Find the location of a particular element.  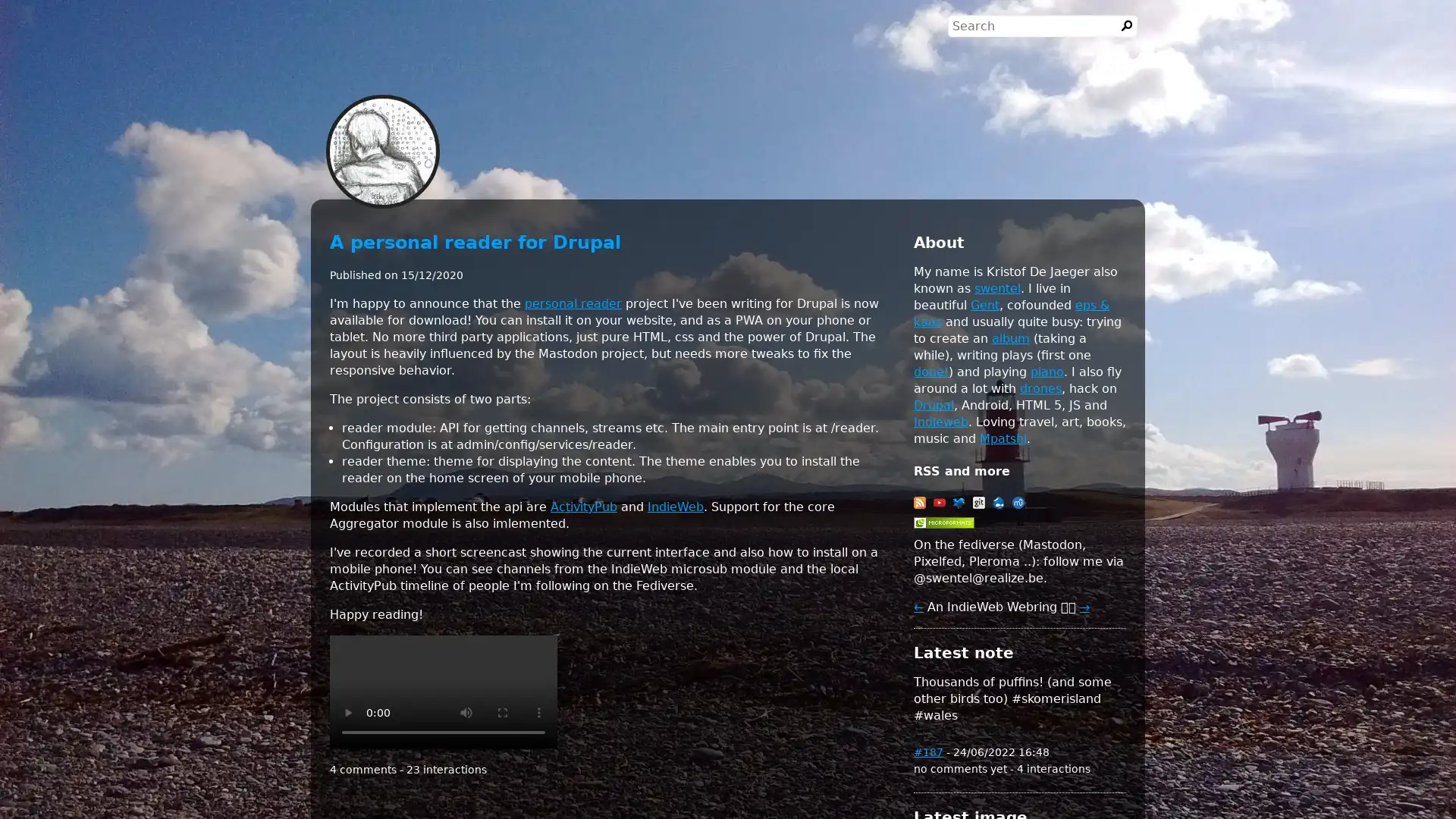

mute is located at coordinates (465, 711).